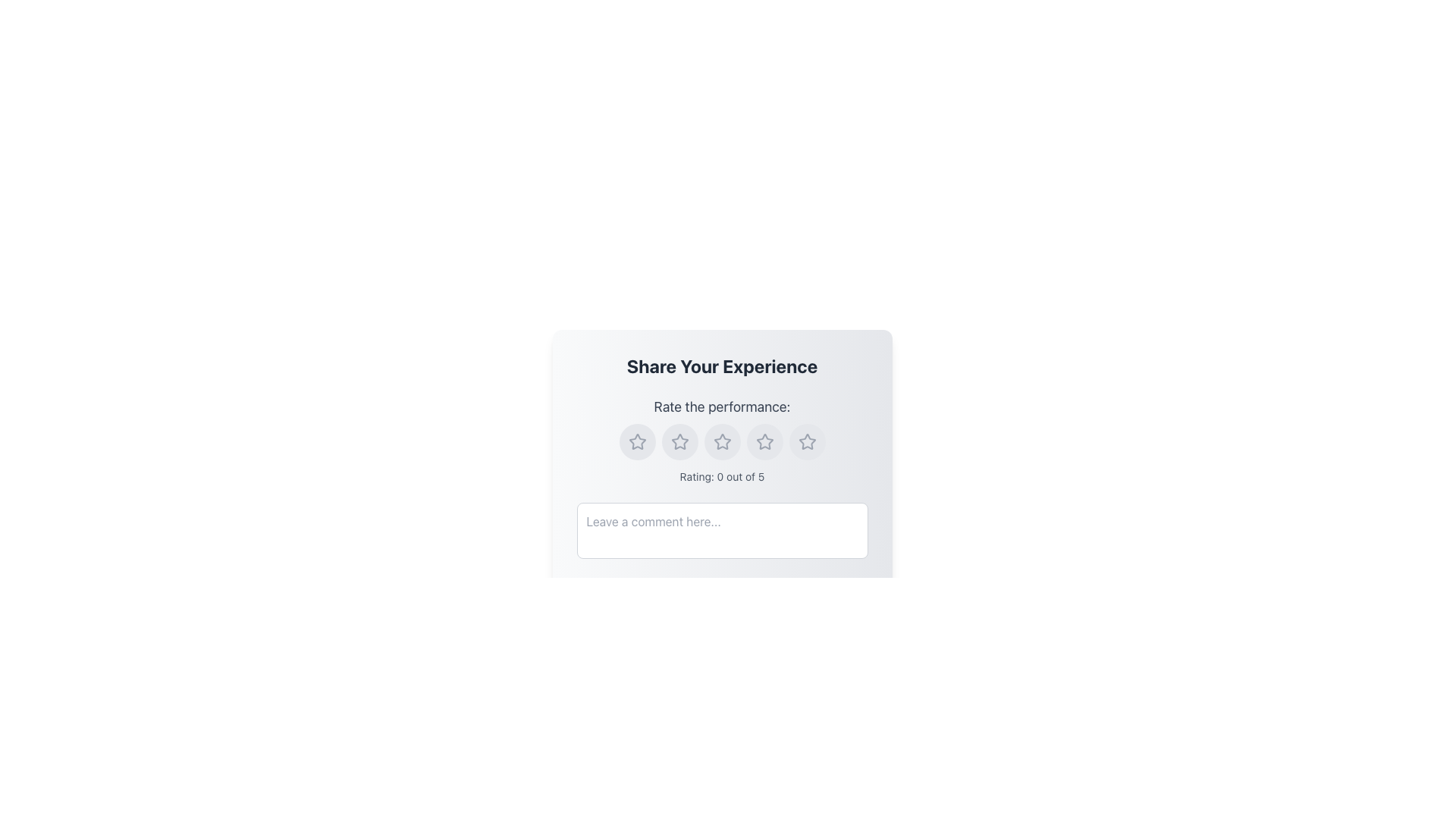 This screenshot has height=819, width=1456. Describe the element at coordinates (679, 441) in the screenshot. I see `the second gray star-shaped rating icon` at that location.